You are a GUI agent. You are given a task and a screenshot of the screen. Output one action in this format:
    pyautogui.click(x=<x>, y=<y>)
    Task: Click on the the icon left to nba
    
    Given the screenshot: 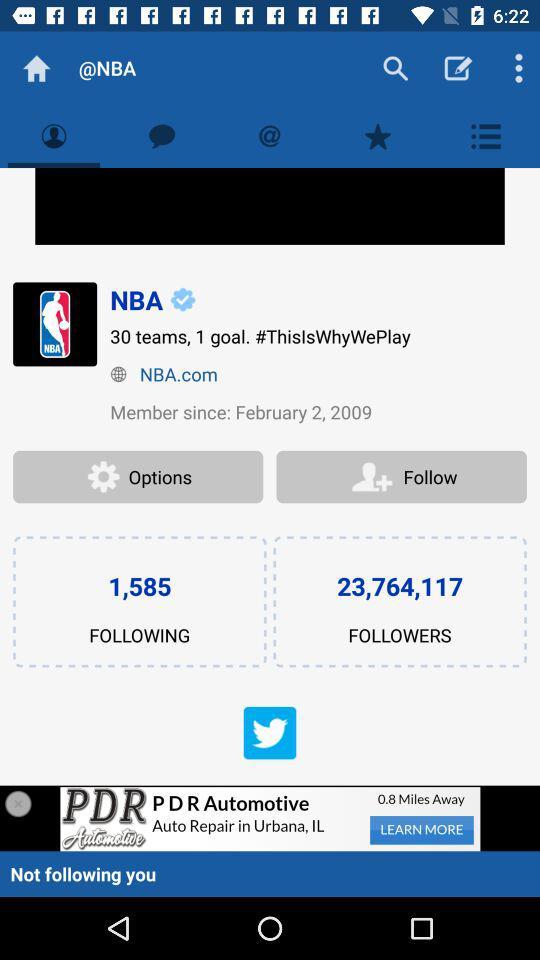 What is the action you would take?
    pyautogui.click(x=55, y=324)
    